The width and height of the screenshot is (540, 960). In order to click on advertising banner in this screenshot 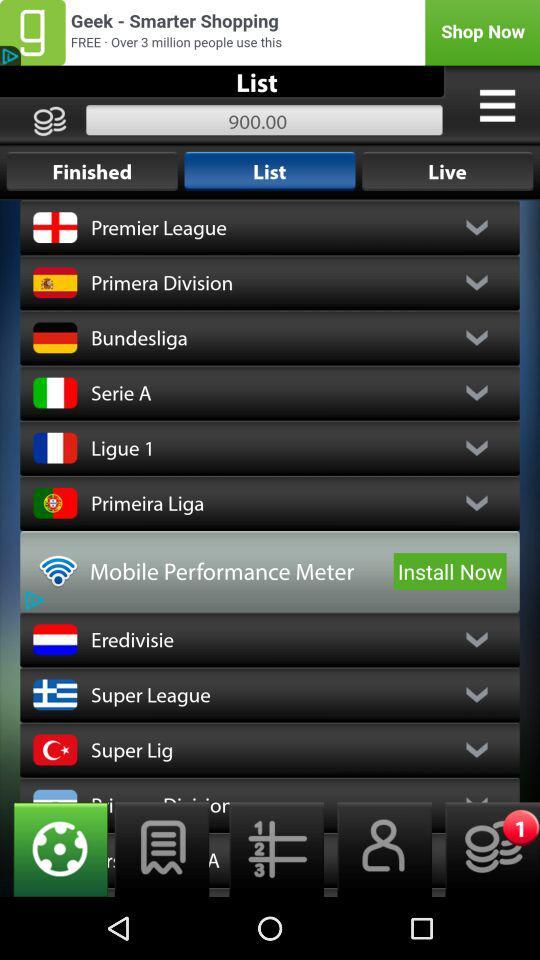, I will do `click(270, 31)`.